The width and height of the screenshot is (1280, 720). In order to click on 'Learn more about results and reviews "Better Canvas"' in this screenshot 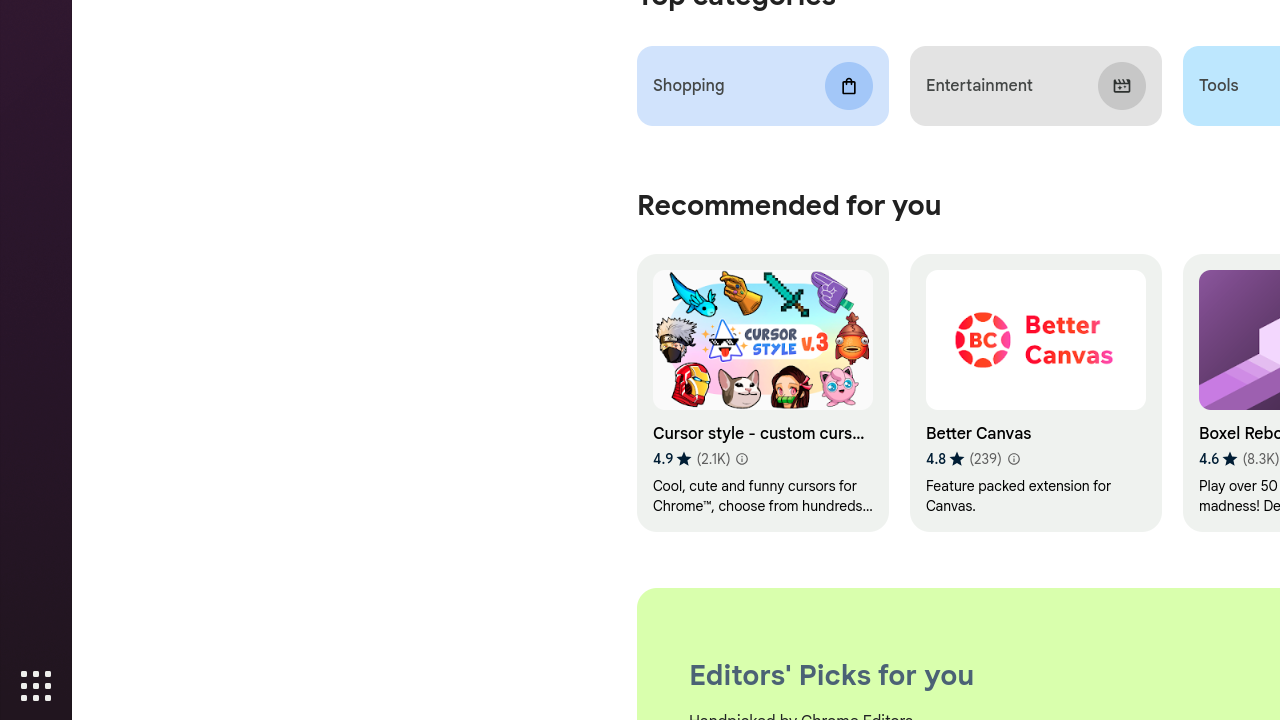, I will do `click(1012, 459)`.